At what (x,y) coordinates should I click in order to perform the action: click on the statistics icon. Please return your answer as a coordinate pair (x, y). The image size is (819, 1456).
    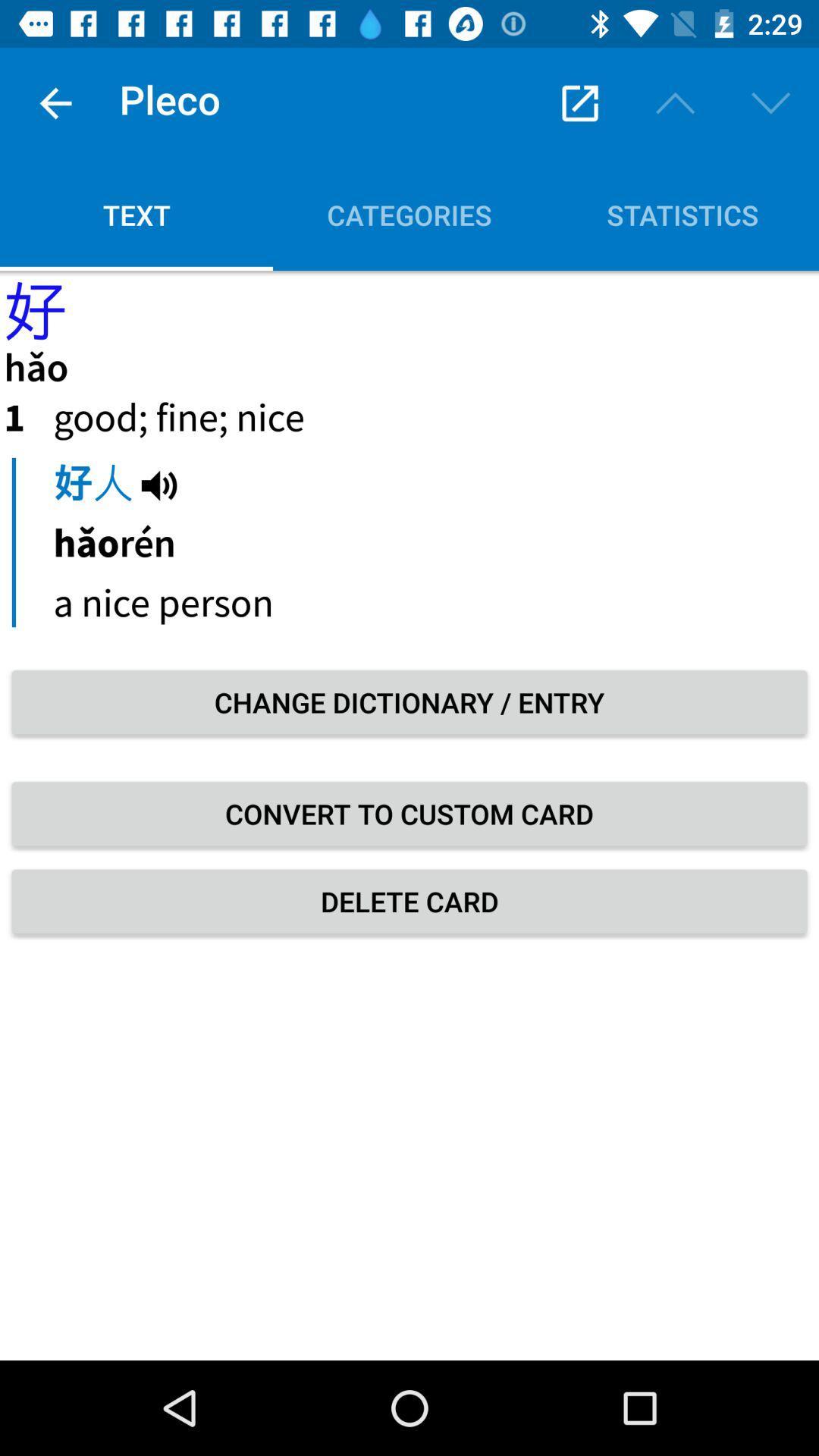
    Looking at the image, I should click on (681, 214).